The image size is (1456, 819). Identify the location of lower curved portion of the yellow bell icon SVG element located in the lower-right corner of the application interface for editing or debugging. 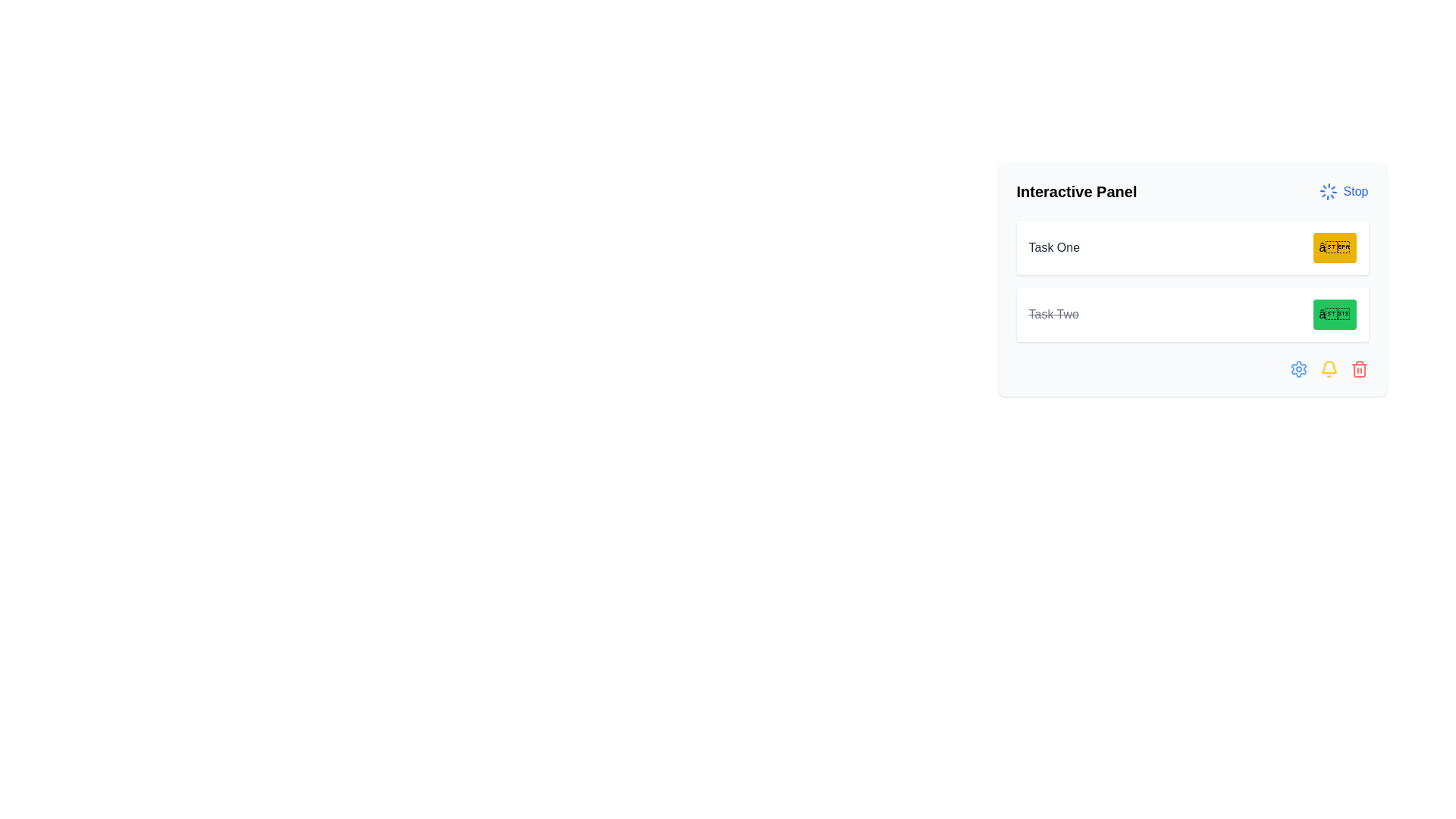
(1328, 367).